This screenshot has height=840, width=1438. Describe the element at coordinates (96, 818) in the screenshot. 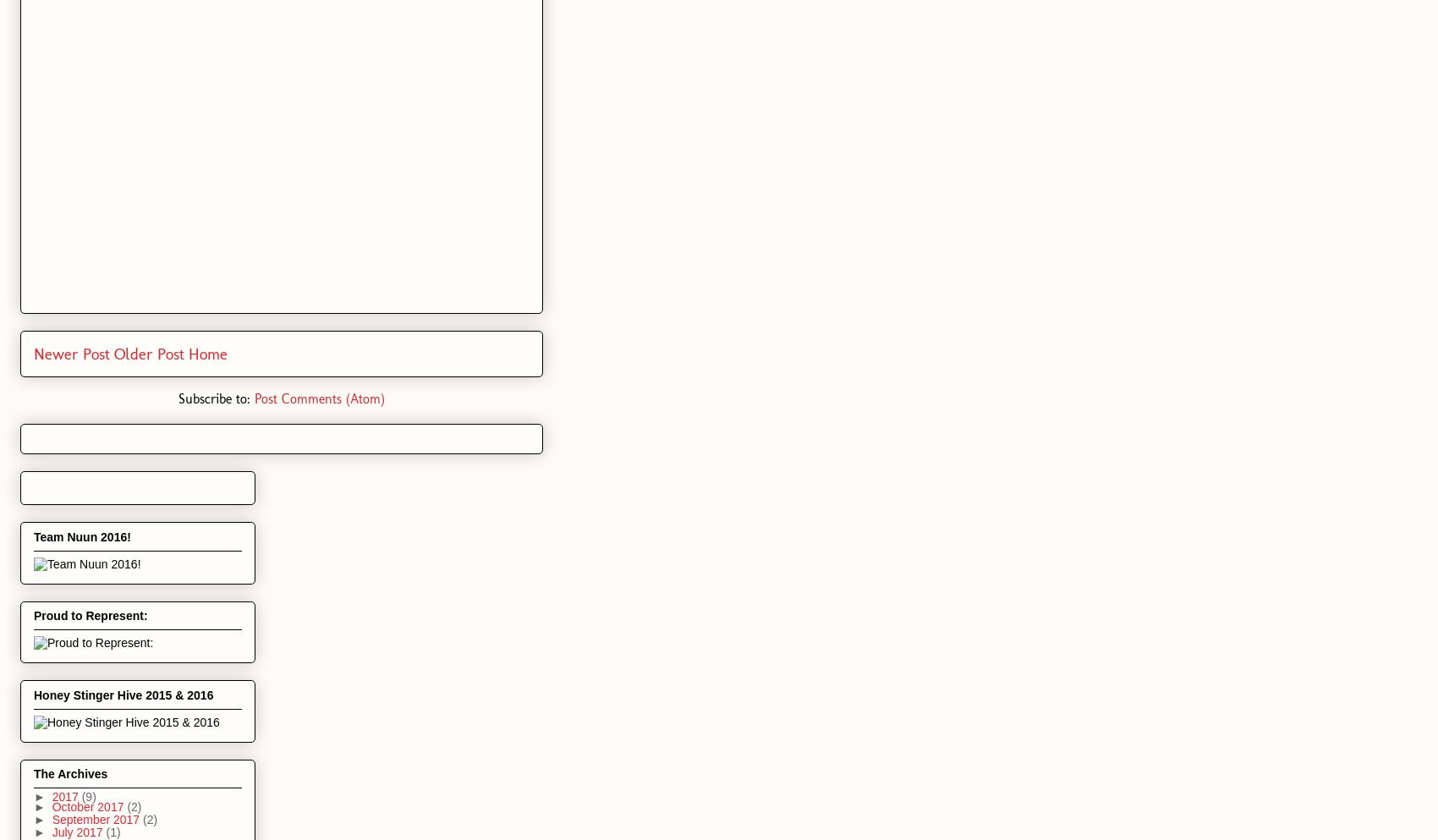

I see `'September 2017'` at that location.